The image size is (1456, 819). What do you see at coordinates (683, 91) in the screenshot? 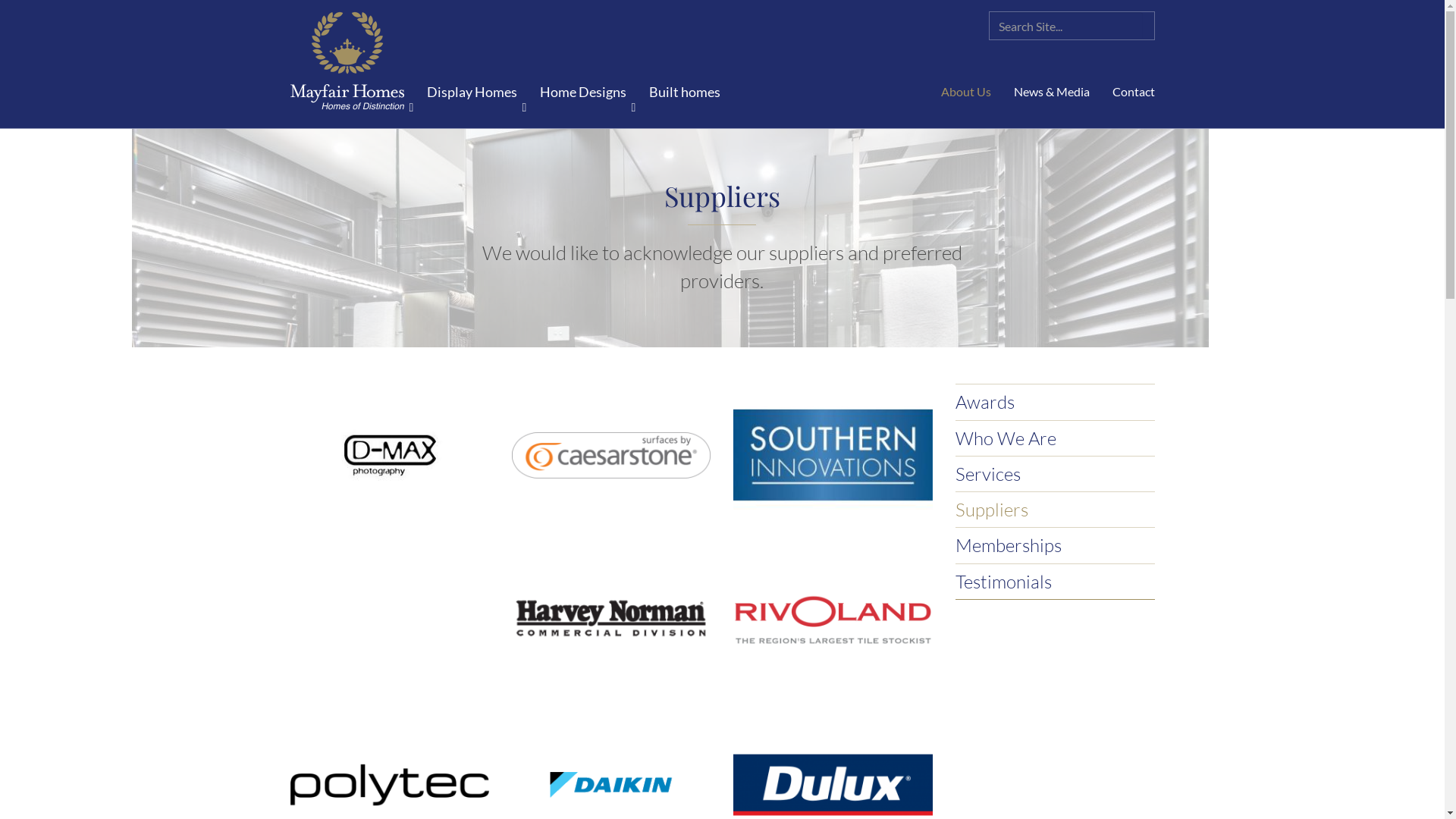
I see `'Built homes'` at bounding box center [683, 91].